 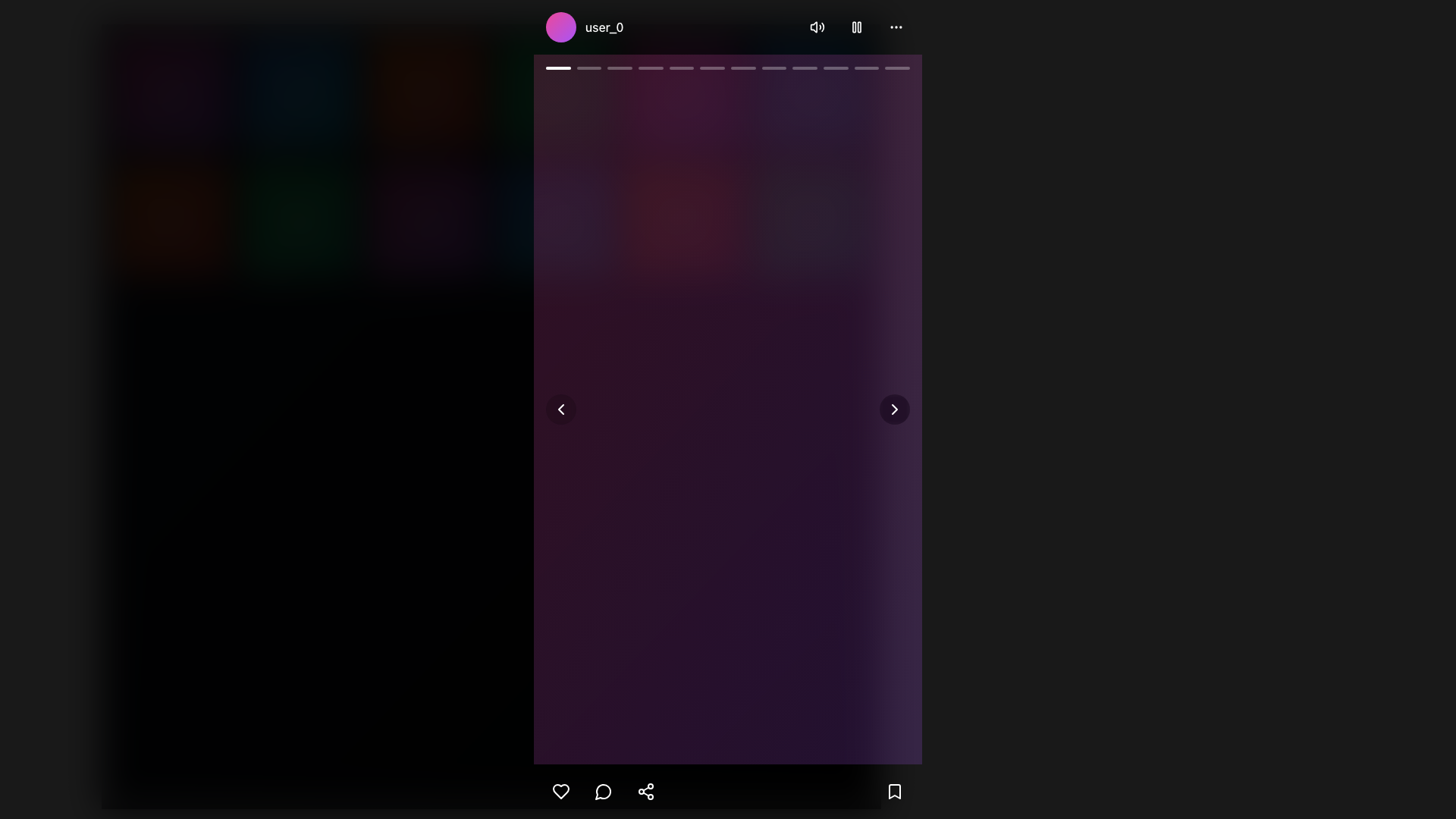 I want to click on the left vertical bar of the pause icon located in the top right corner of the application to interact with it, so click(x=854, y=27).